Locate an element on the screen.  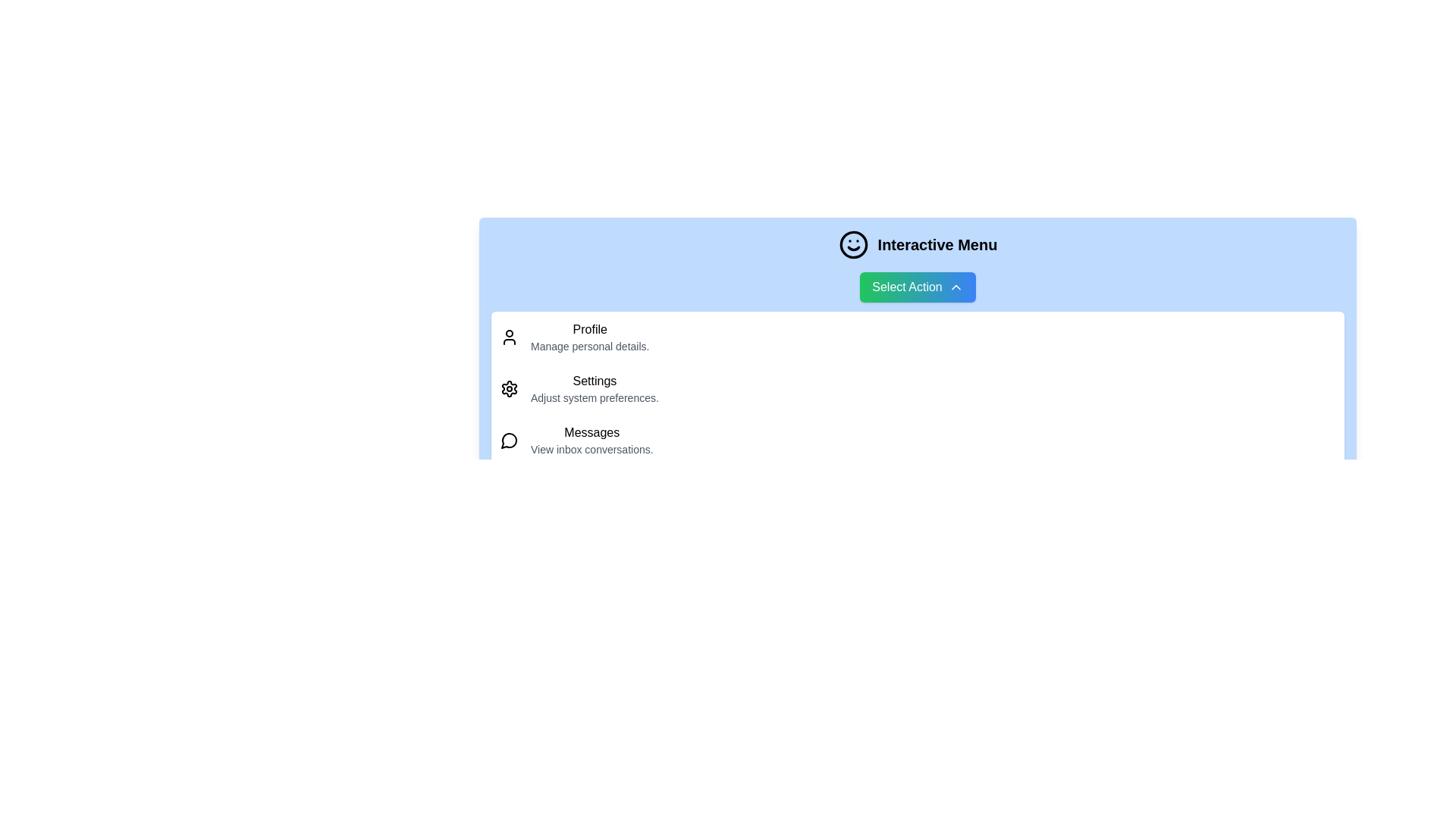
the menu option Settings is located at coordinates (917, 388).